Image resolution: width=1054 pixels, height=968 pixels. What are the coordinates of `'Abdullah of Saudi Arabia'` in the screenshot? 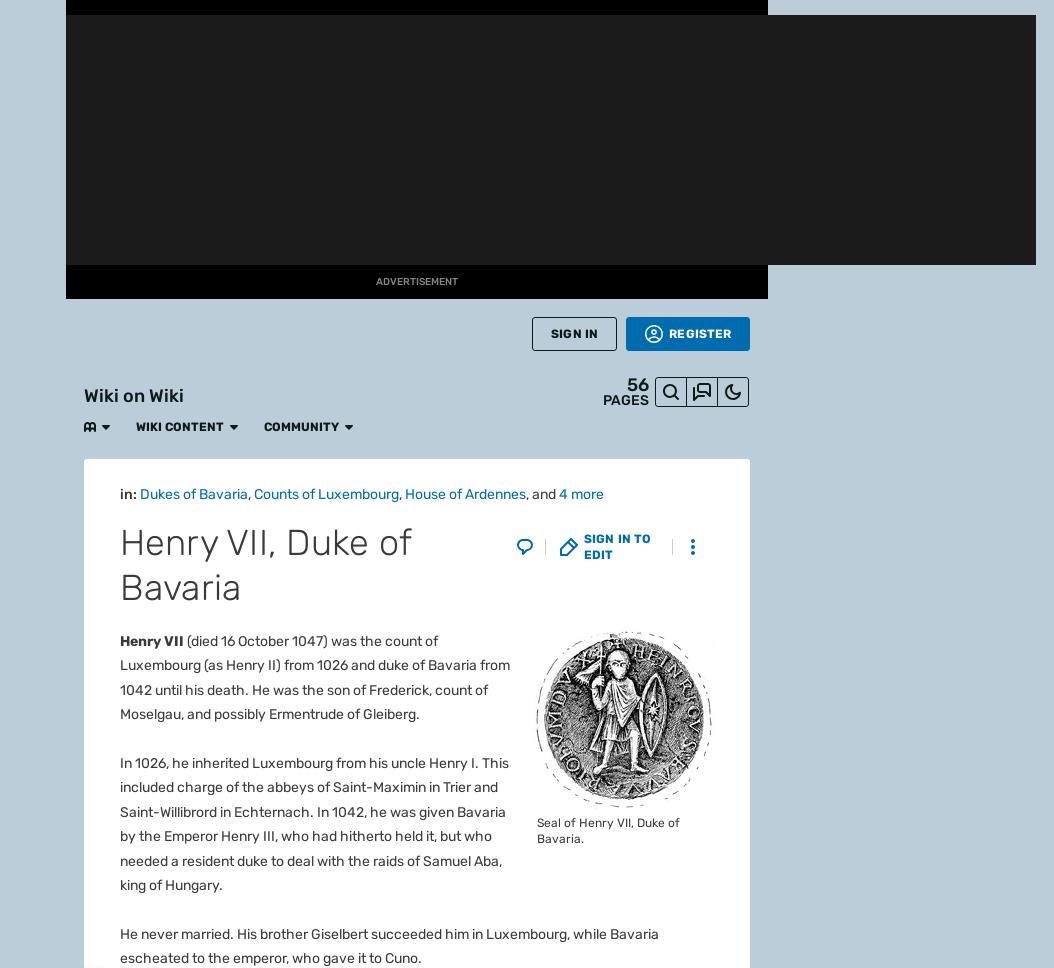 It's located at (223, 275).